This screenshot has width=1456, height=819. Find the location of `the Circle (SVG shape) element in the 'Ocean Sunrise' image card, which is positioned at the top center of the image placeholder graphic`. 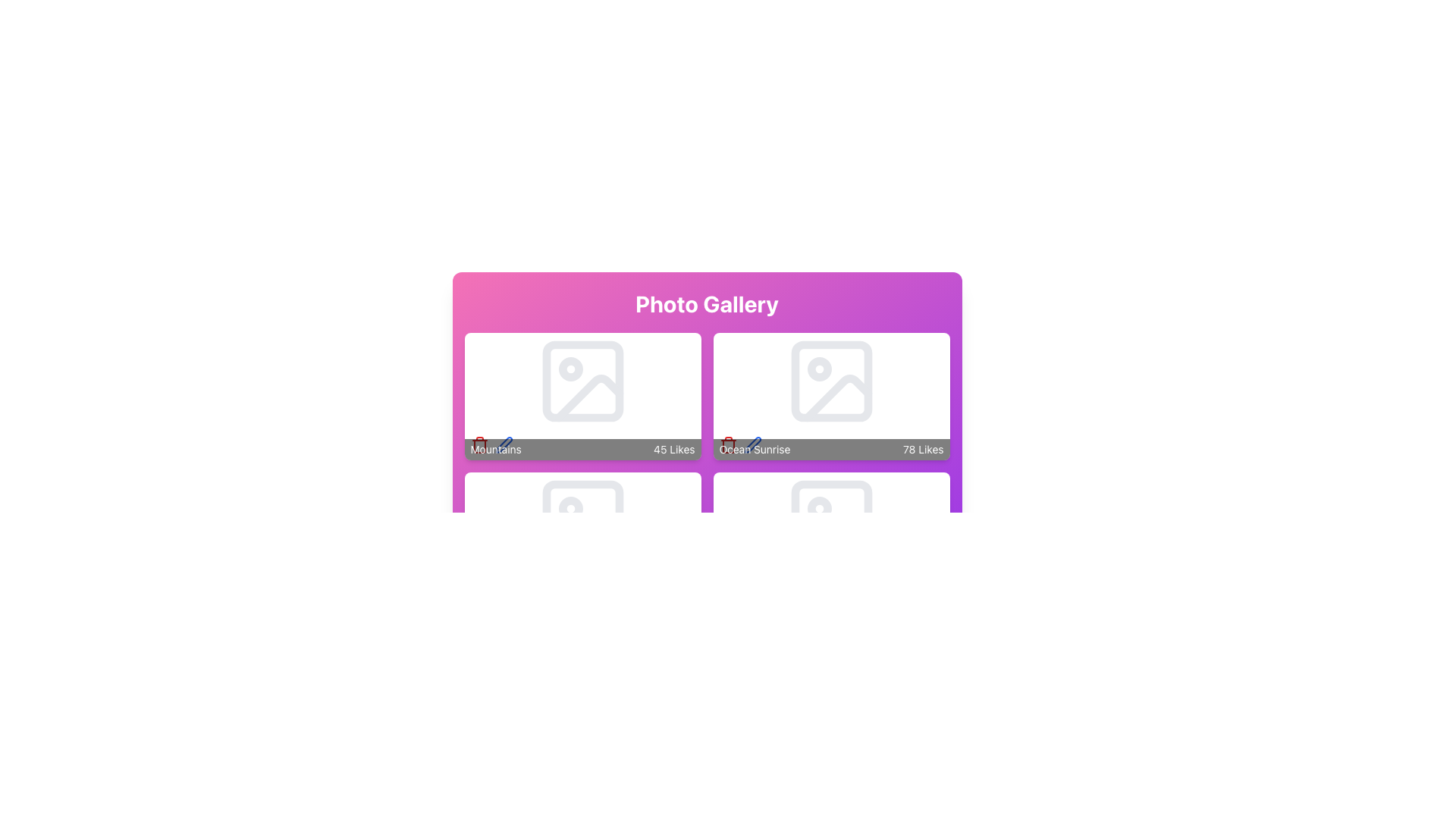

the Circle (SVG shape) element in the 'Ocean Sunrise' image card, which is positioned at the top center of the image placeholder graphic is located at coordinates (818, 369).